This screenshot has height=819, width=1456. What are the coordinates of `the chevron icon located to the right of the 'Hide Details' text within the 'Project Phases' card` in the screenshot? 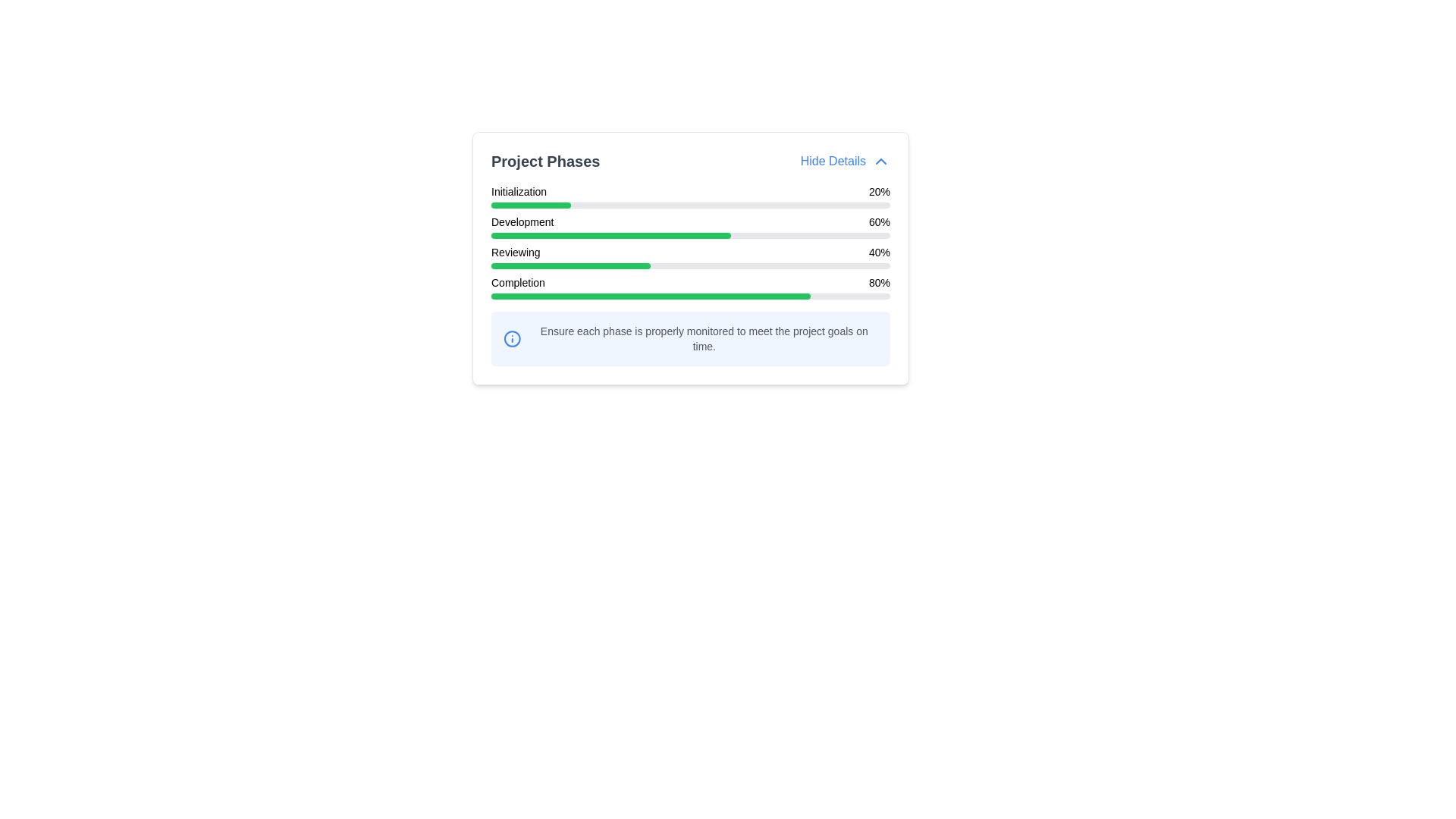 It's located at (880, 161).